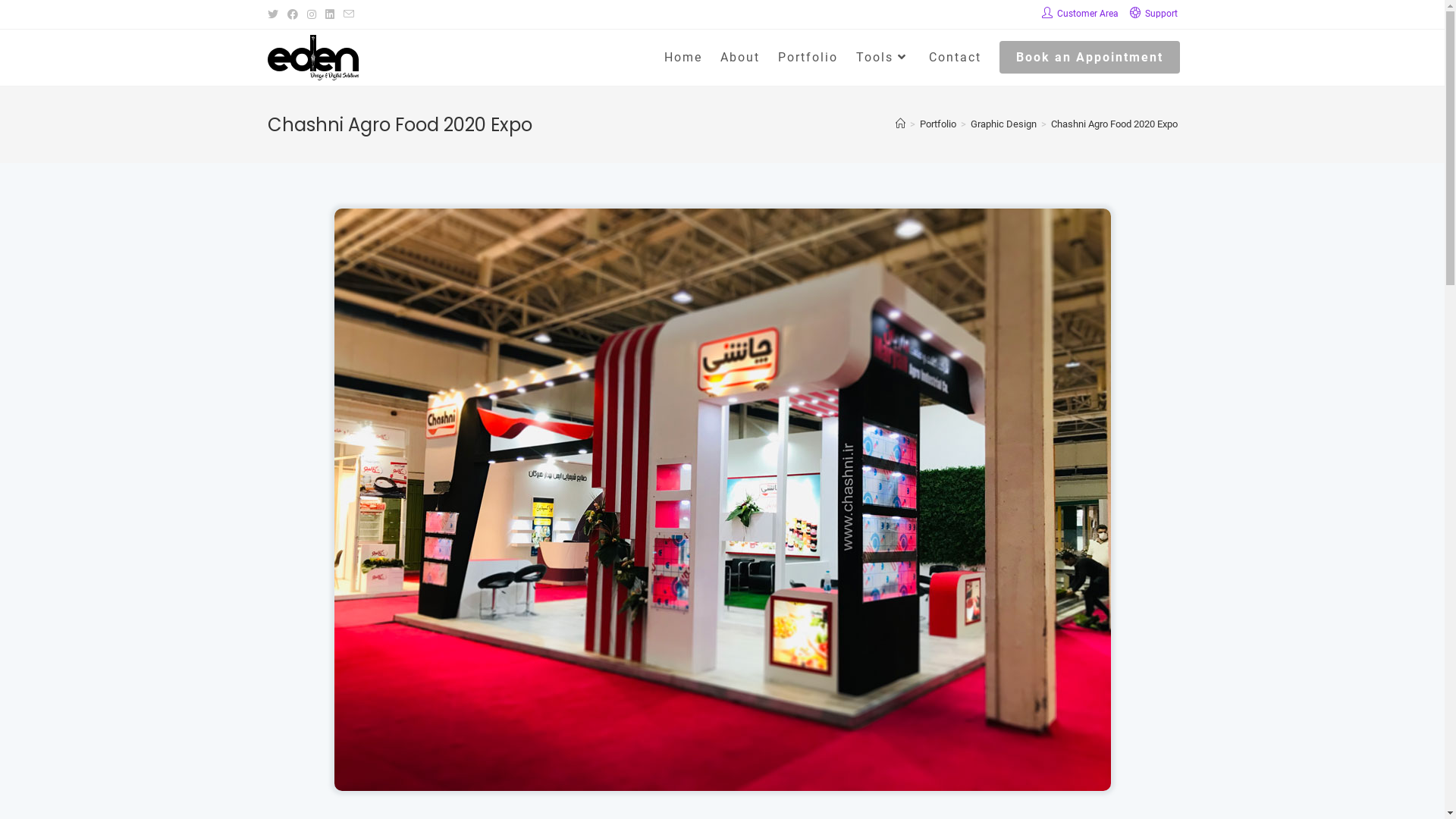 The height and width of the screenshot is (819, 1456). Describe the element at coordinates (608, 563) in the screenshot. I see `'Stationary Design'` at that location.